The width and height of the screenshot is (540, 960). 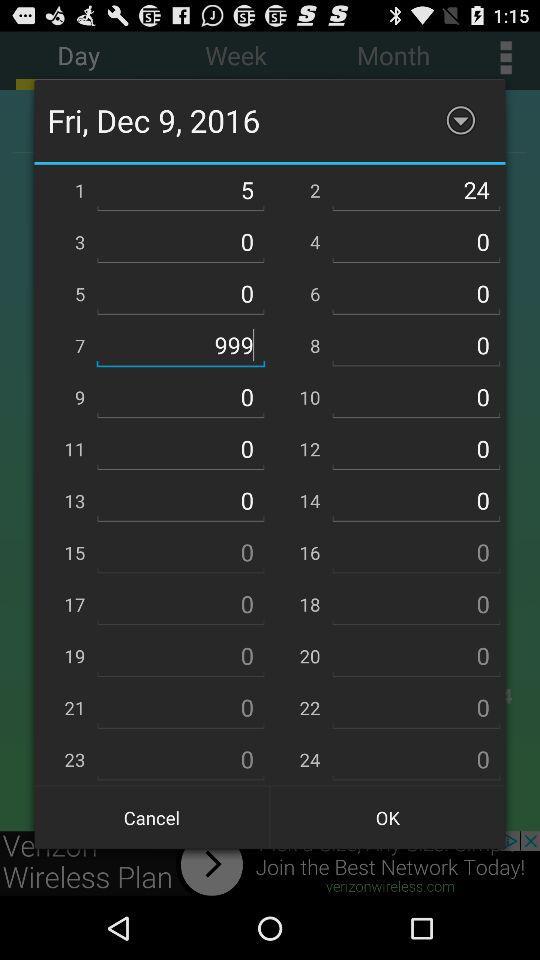 What do you see at coordinates (460, 120) in the screenshot?
I see `minimize` at bounding box center [460, 120].